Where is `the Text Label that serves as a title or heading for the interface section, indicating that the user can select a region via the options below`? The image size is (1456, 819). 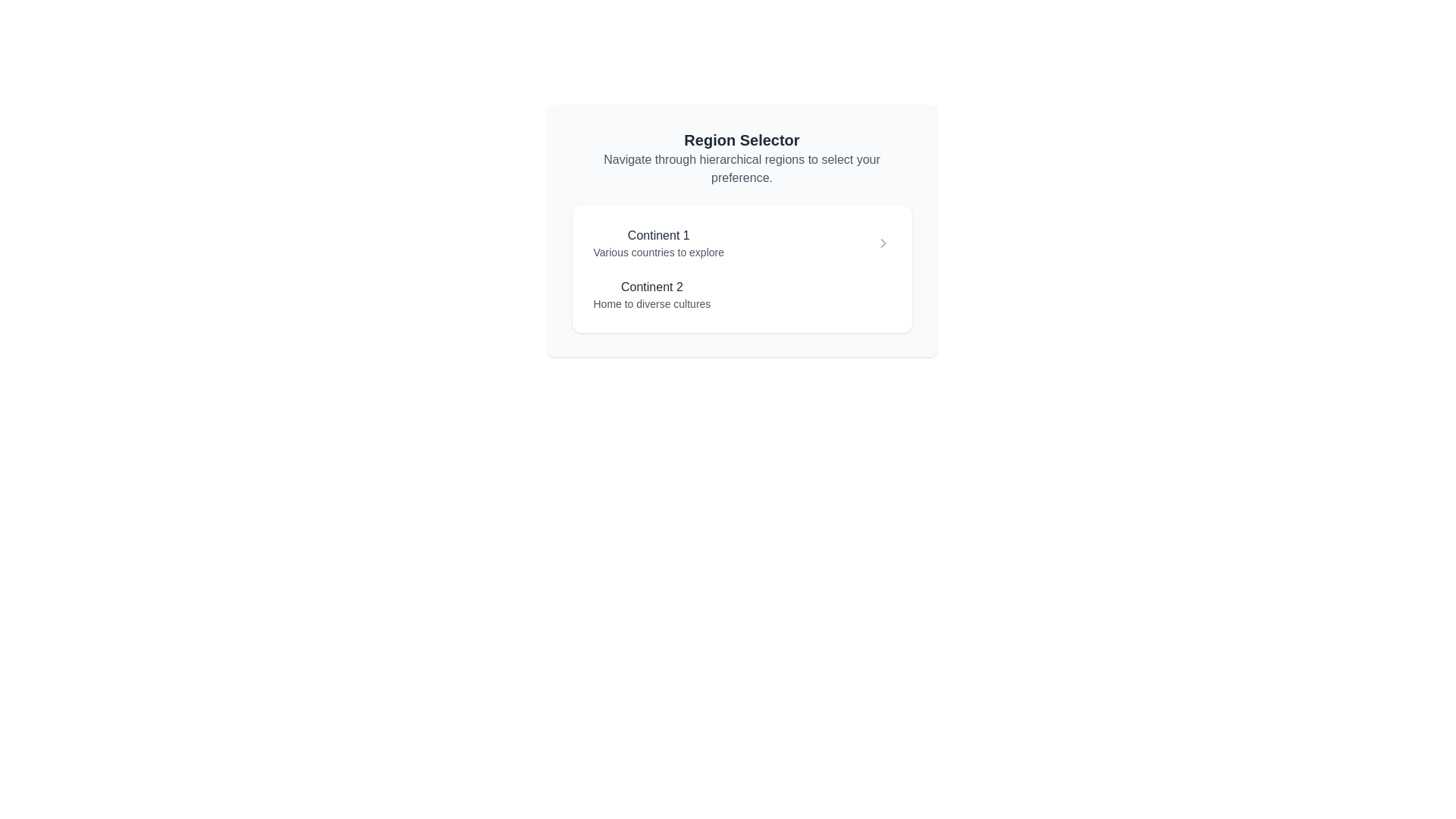 the Text Label that serves as a title or heading for the interface section, indicating that the user can select a region via the options below is located at coordinates (742, 140).